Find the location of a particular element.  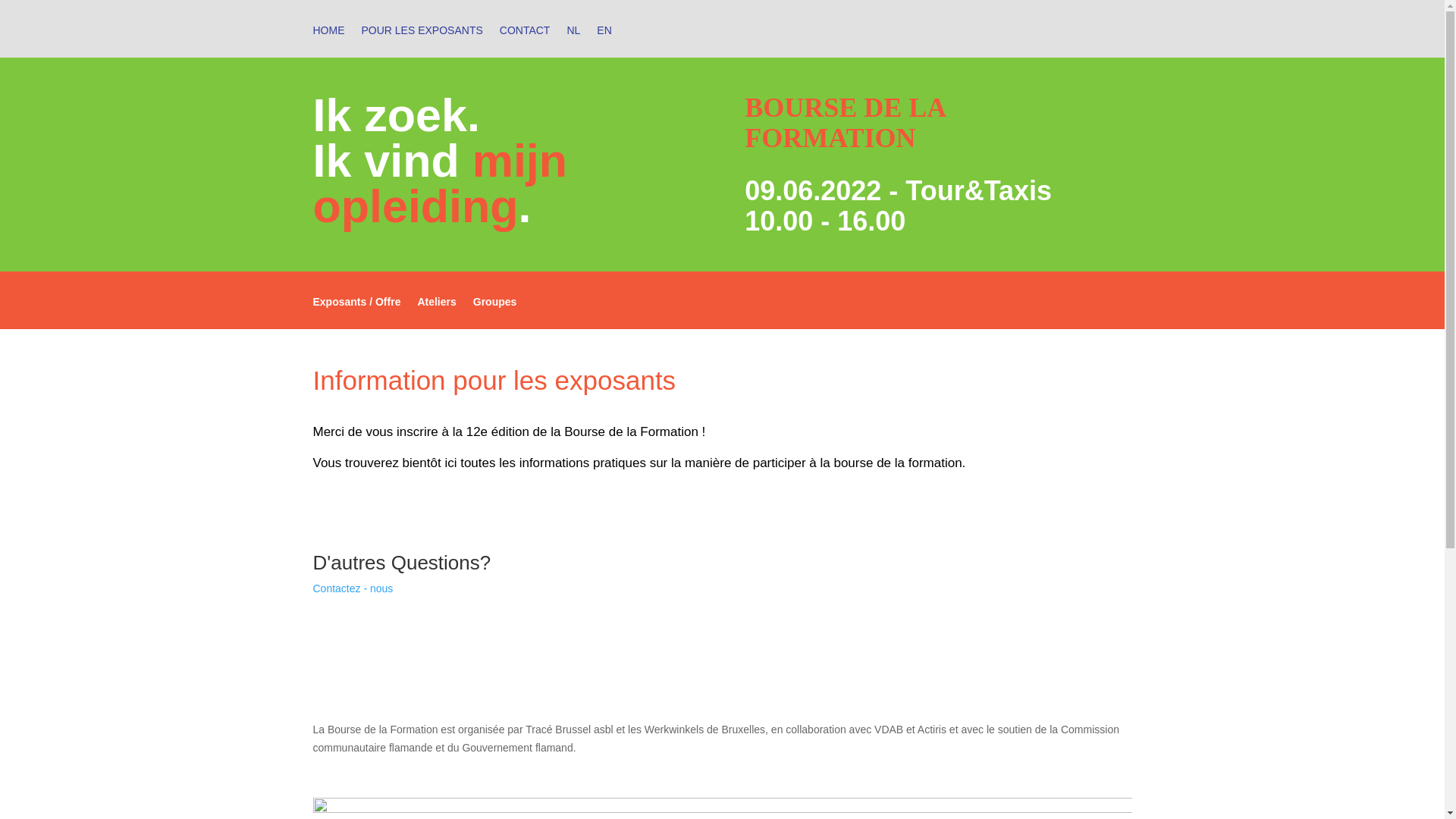

'EN' is located at coordinates (596, 40).